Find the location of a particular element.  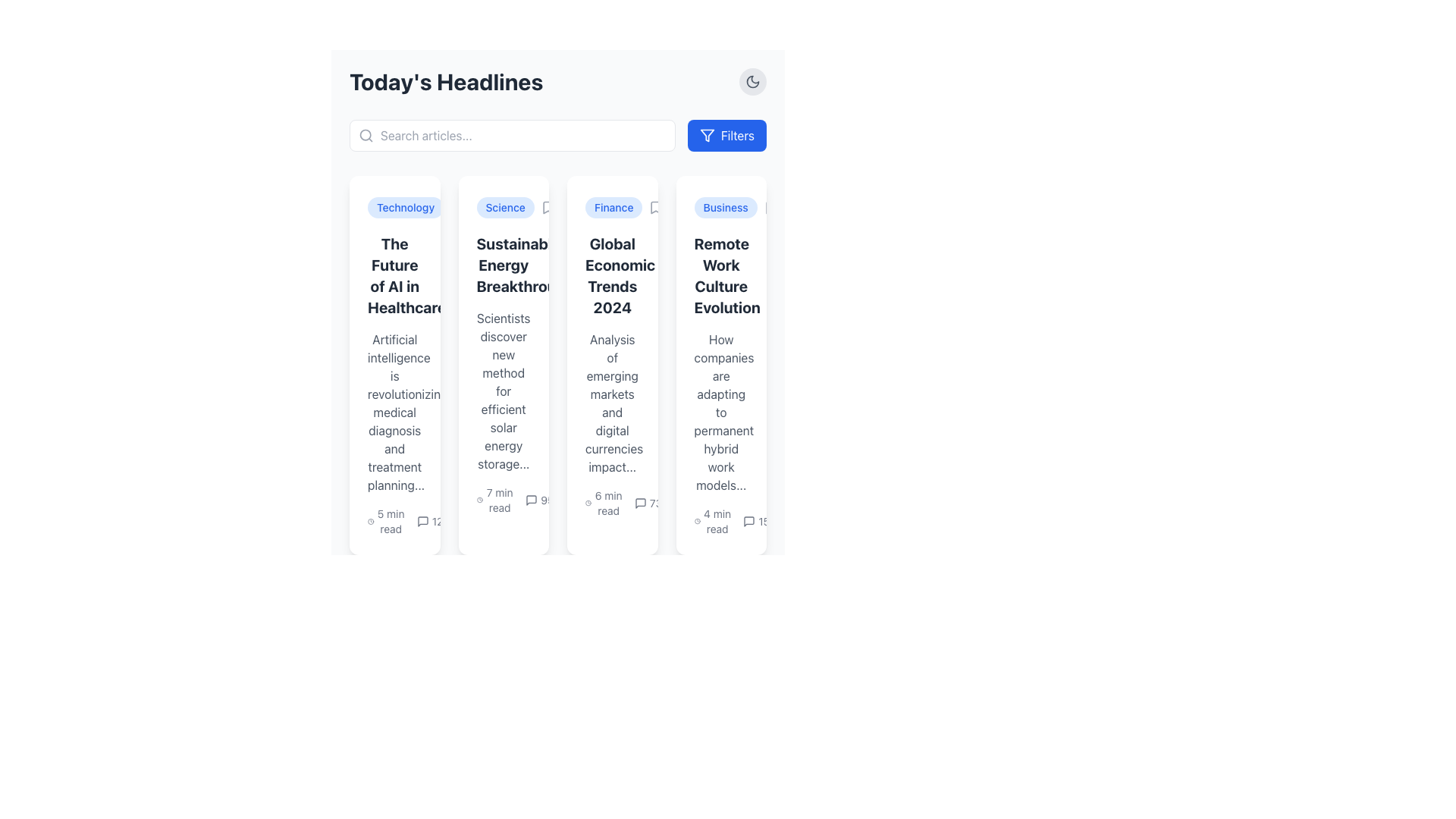

the speech bubble icon indicating comments within the 'Sustainable Energy Breakthrough' card is located at coordinates (532, 500).